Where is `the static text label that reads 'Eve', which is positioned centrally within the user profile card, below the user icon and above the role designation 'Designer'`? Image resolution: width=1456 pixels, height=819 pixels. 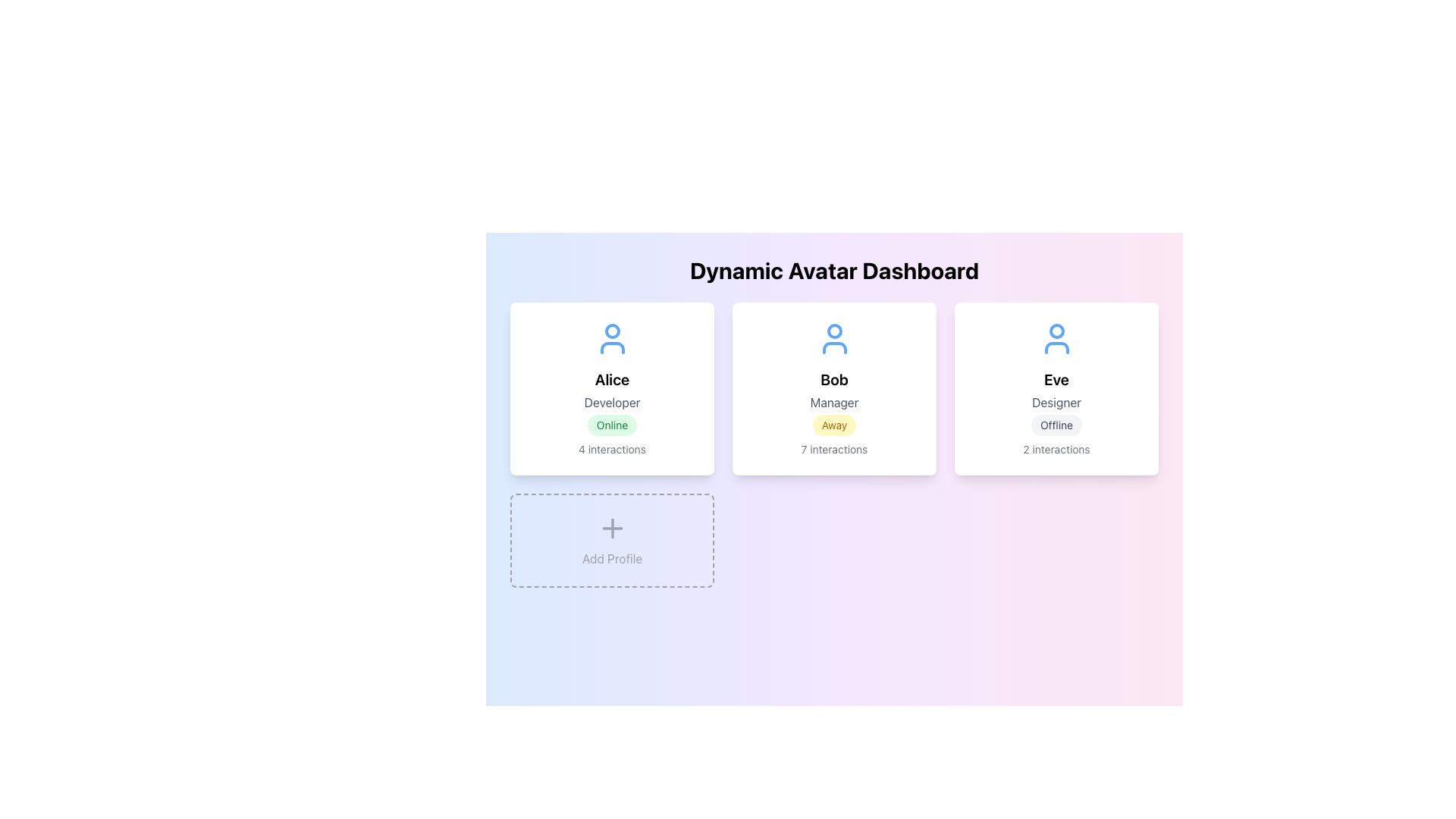 the static text label that reads 'Eve', which is positioned centrally within the user profile card, below the user icon and above the role designation 'Designer' is located at coordinates (1056, 379).